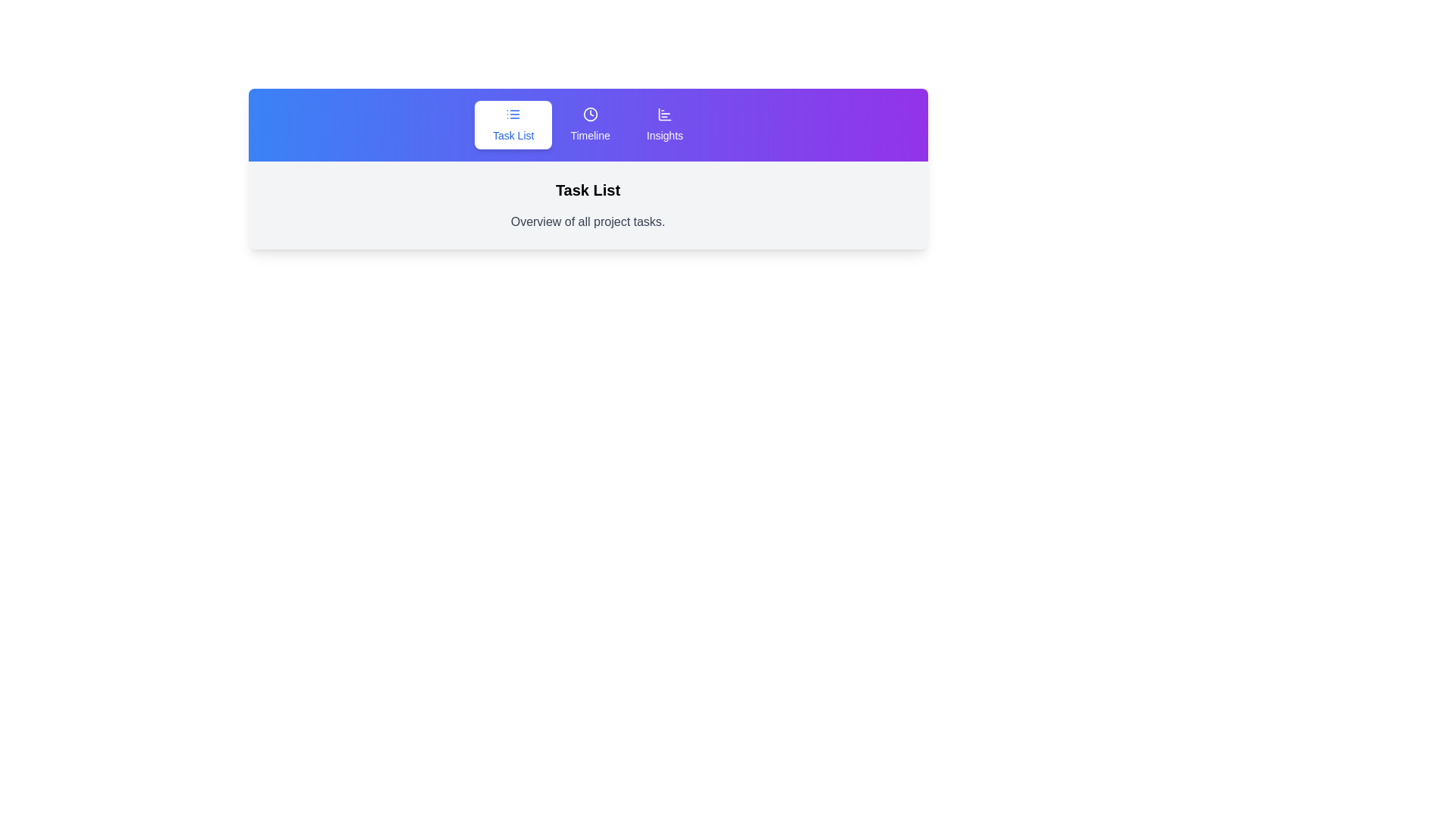 The width and height of the screenshot is (1456, 819). Describe the element at coordinates (589, 124) in the screenshot. I see `the Timeline tab` at that location.